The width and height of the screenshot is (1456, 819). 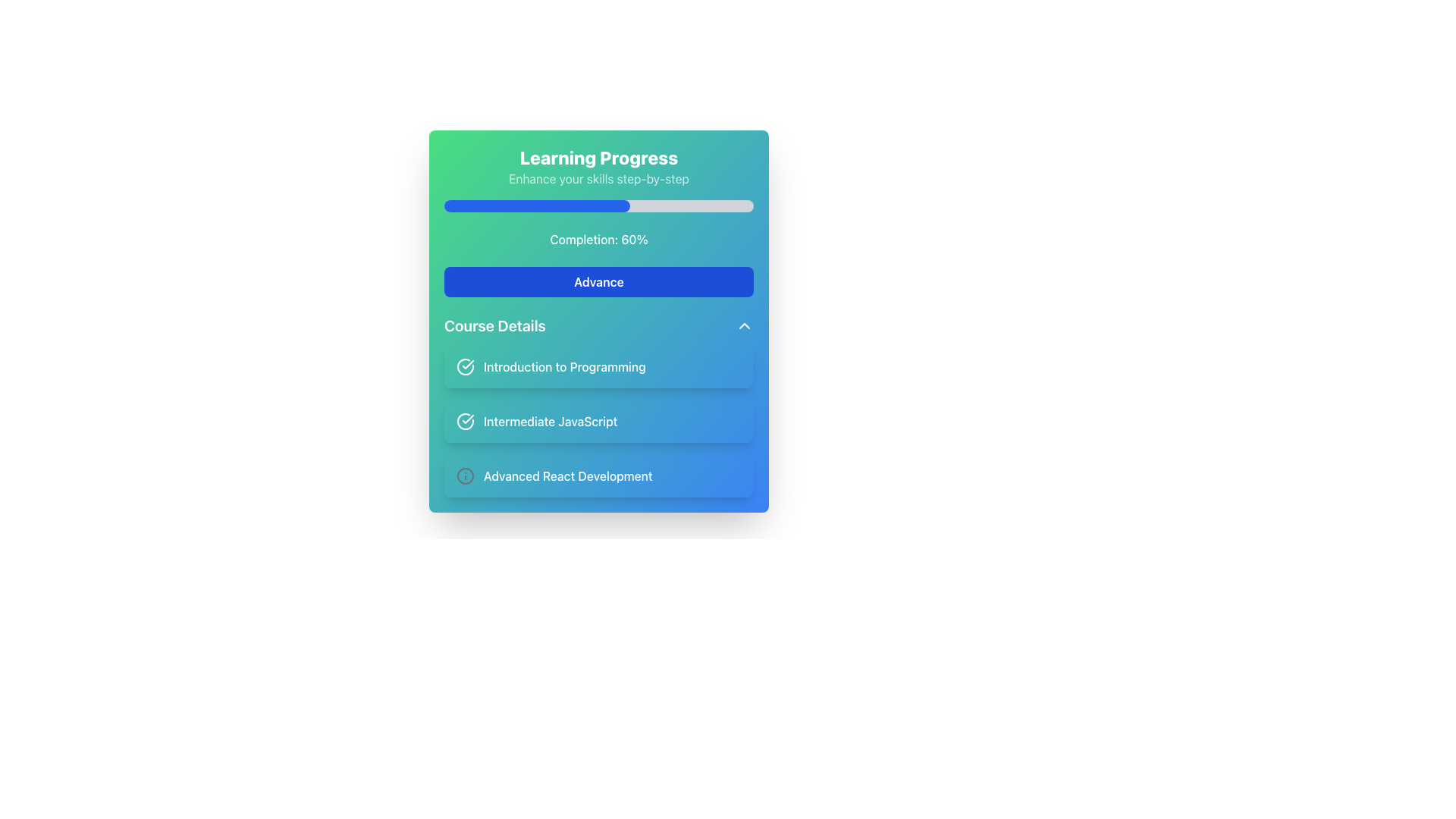 I want to click on the white circular icon with a checkmark inside, located in the 'Course Details' section to the left of 'Introduction to Programming', so click(x=465, y=366).